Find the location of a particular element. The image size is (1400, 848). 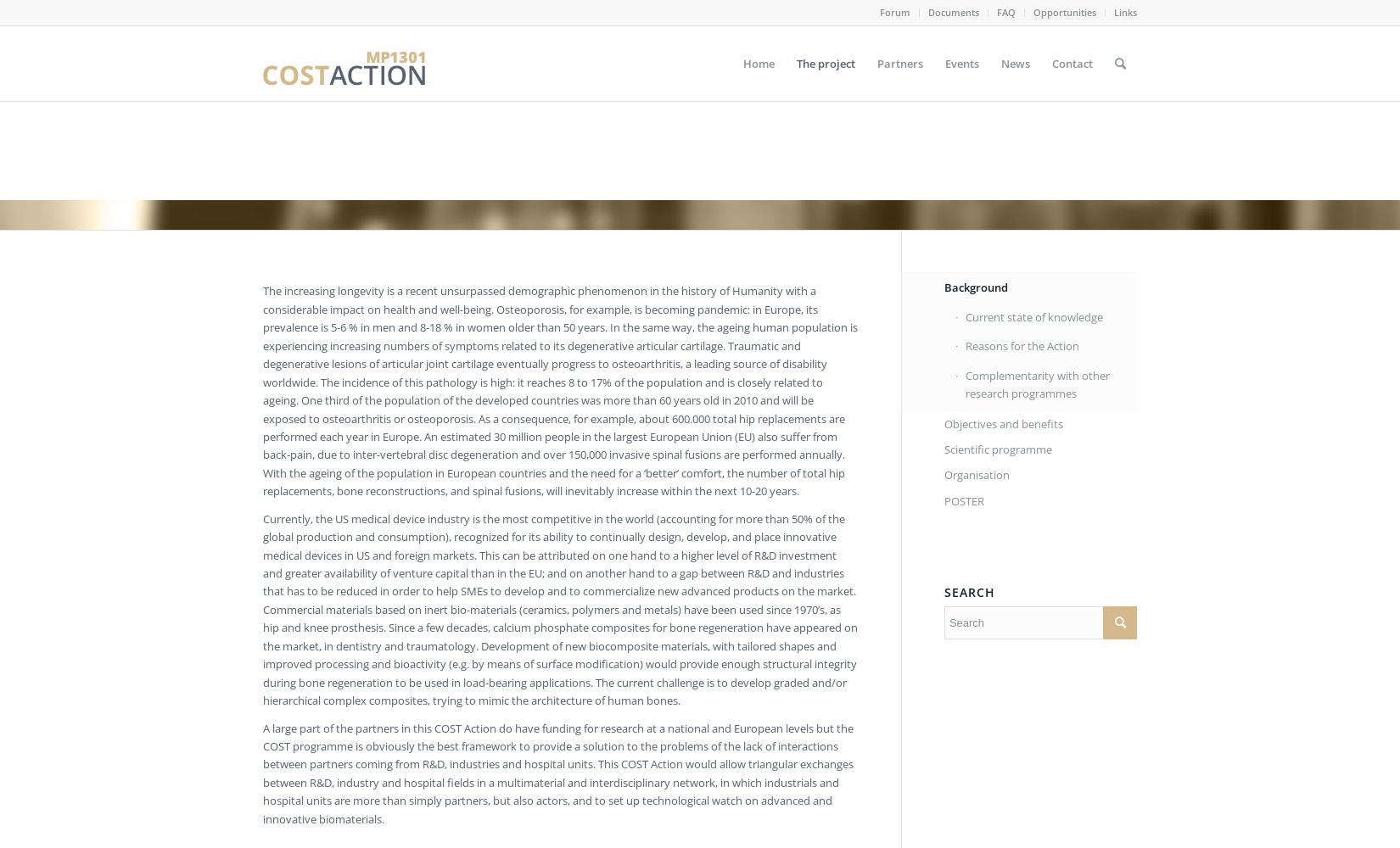

'Objectives and benefits' is located at coordinates (1003, 422).